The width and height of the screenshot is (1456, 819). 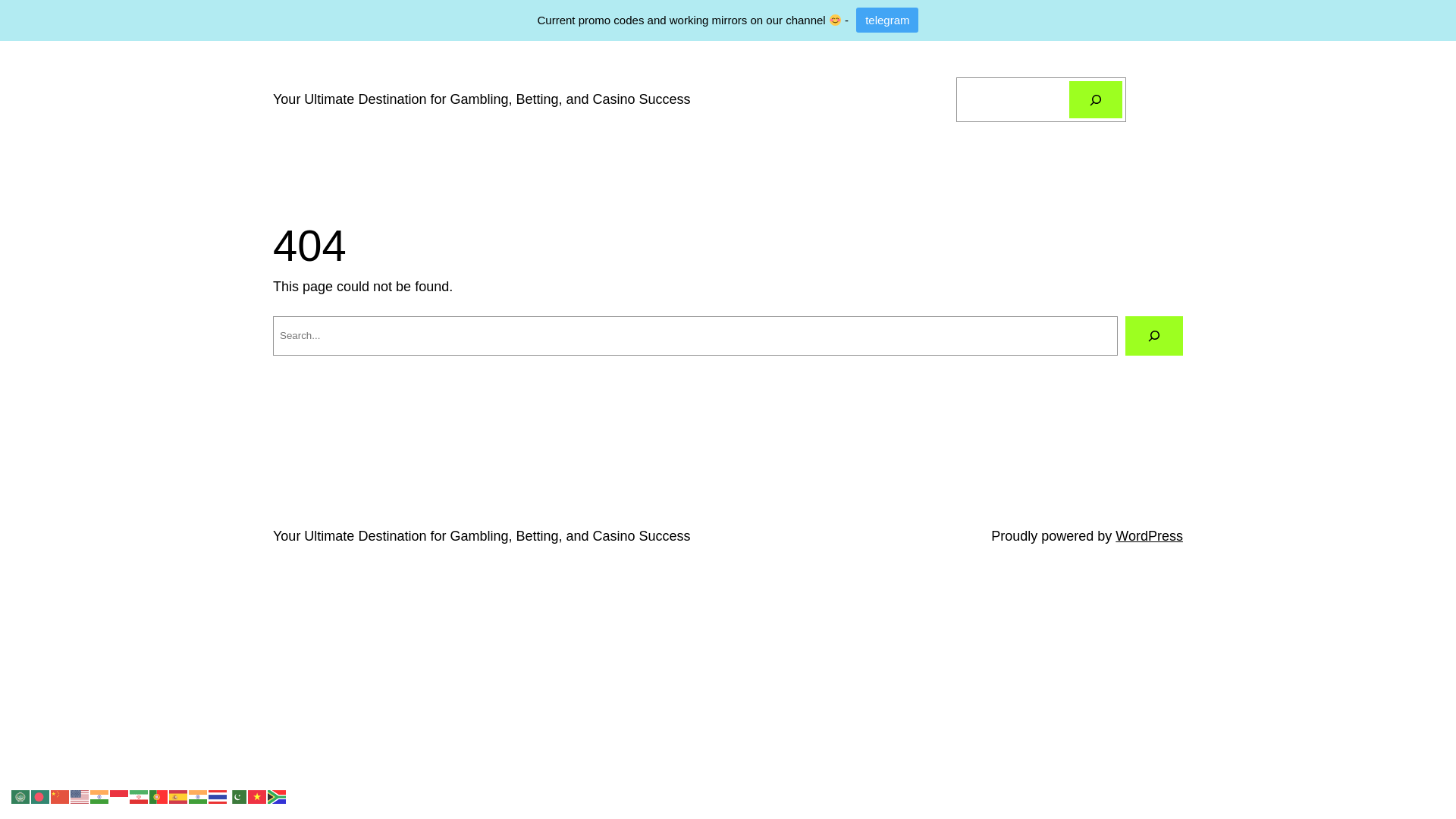 I want to click on 'Indonesian', so click(x=119, y=795).